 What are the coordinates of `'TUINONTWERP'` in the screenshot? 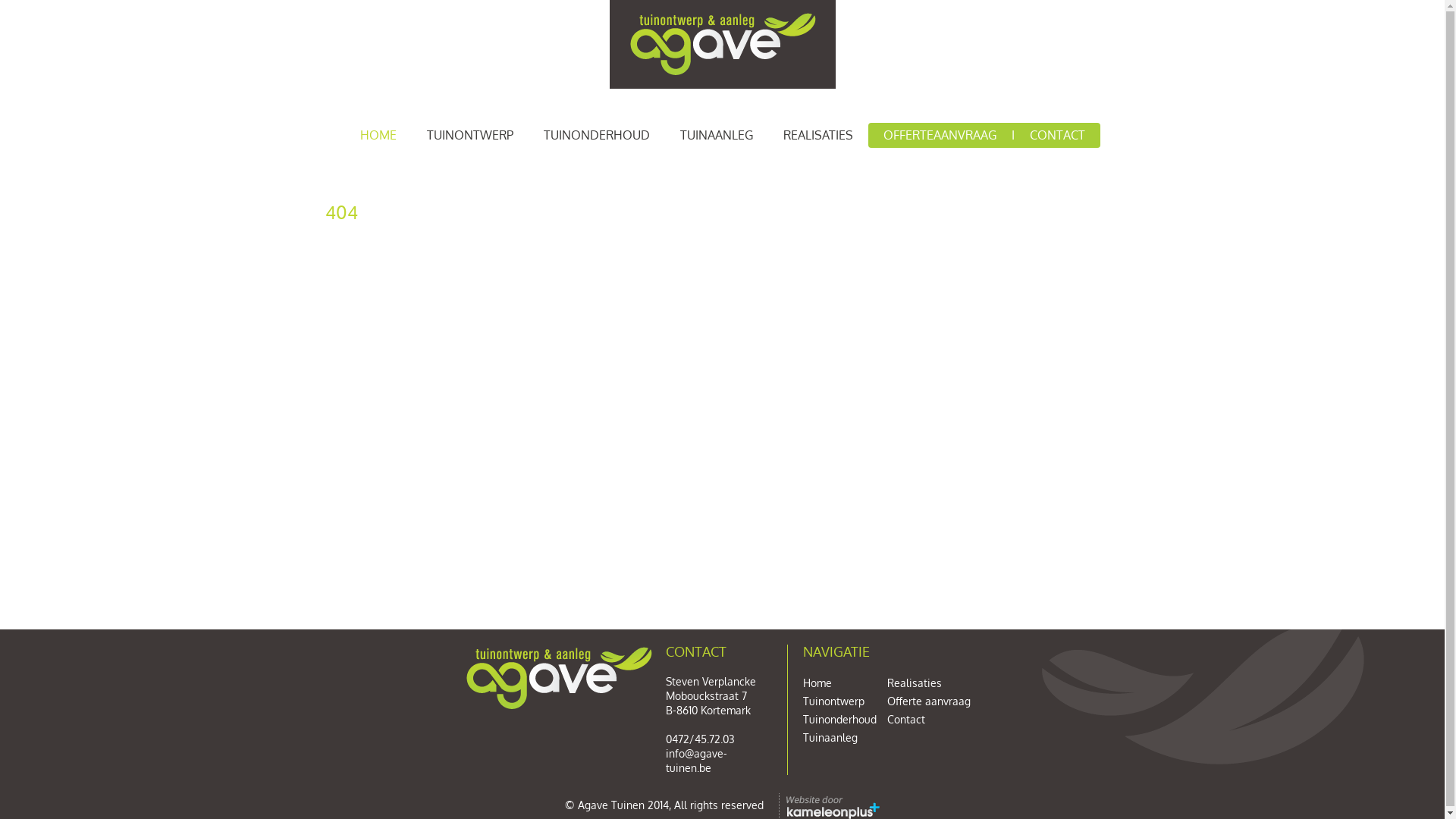 It's located at (469, 134).